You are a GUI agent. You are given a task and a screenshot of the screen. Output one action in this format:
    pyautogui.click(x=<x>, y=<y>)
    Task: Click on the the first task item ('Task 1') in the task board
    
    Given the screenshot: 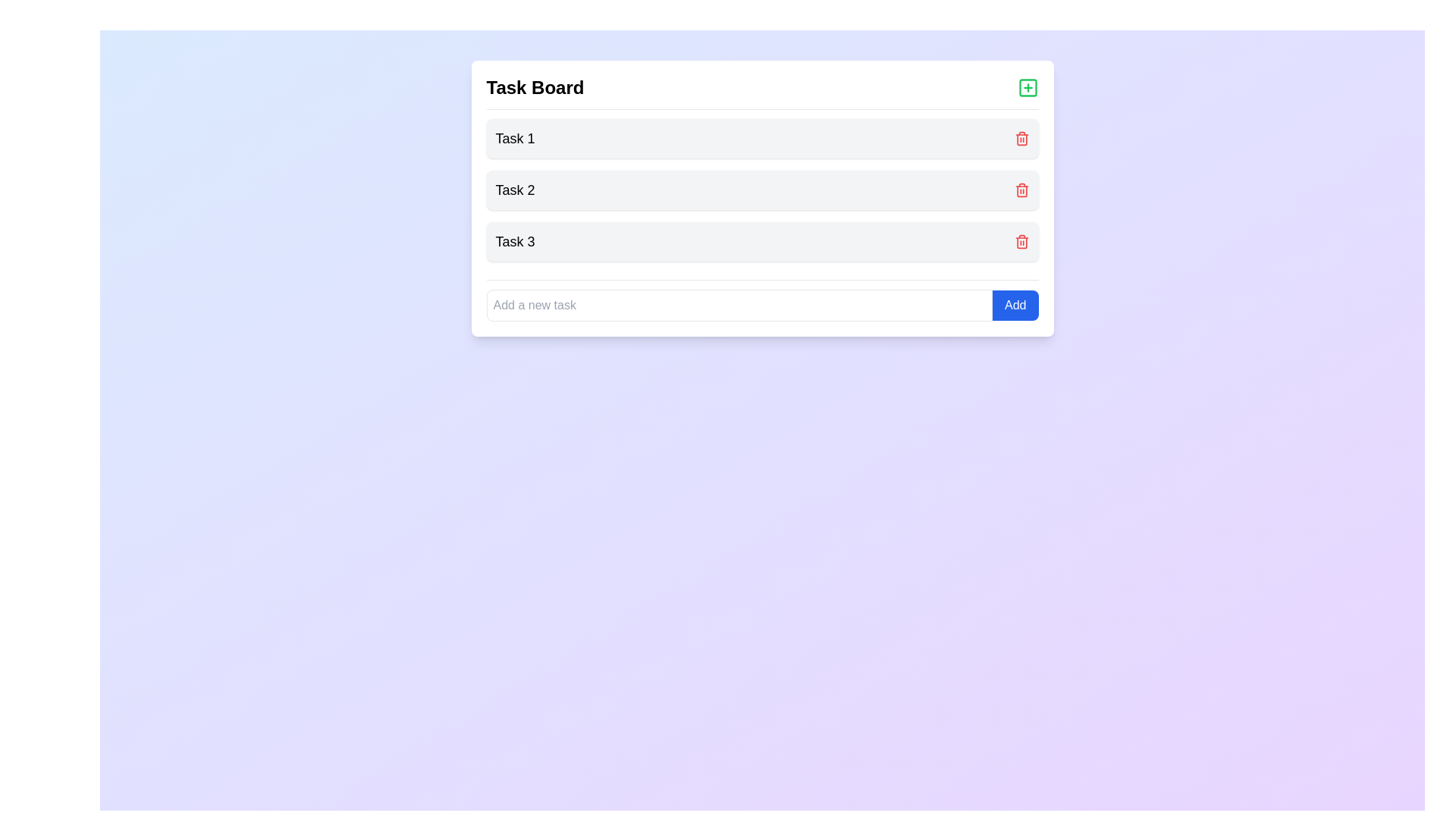 What is the action you would take?
    pyautogui.click(x=762, y=138)
    